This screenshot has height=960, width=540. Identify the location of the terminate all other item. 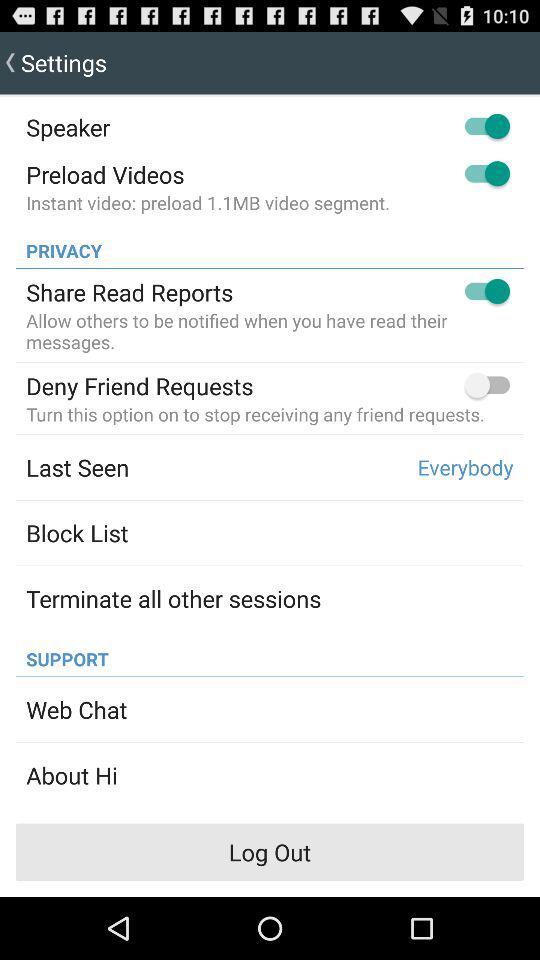
(173, 598).